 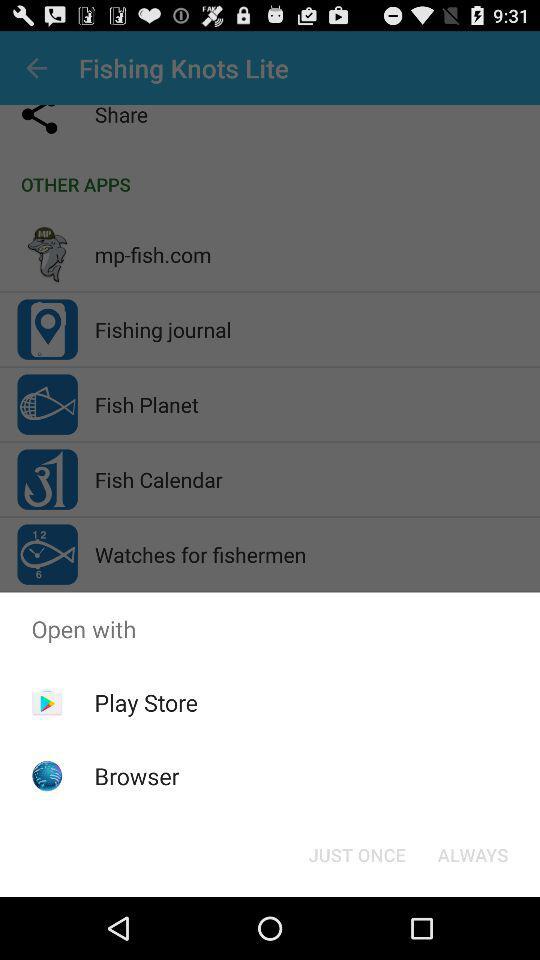 I want to click on the button to the left of the always icon, so click(x=356, y=853).